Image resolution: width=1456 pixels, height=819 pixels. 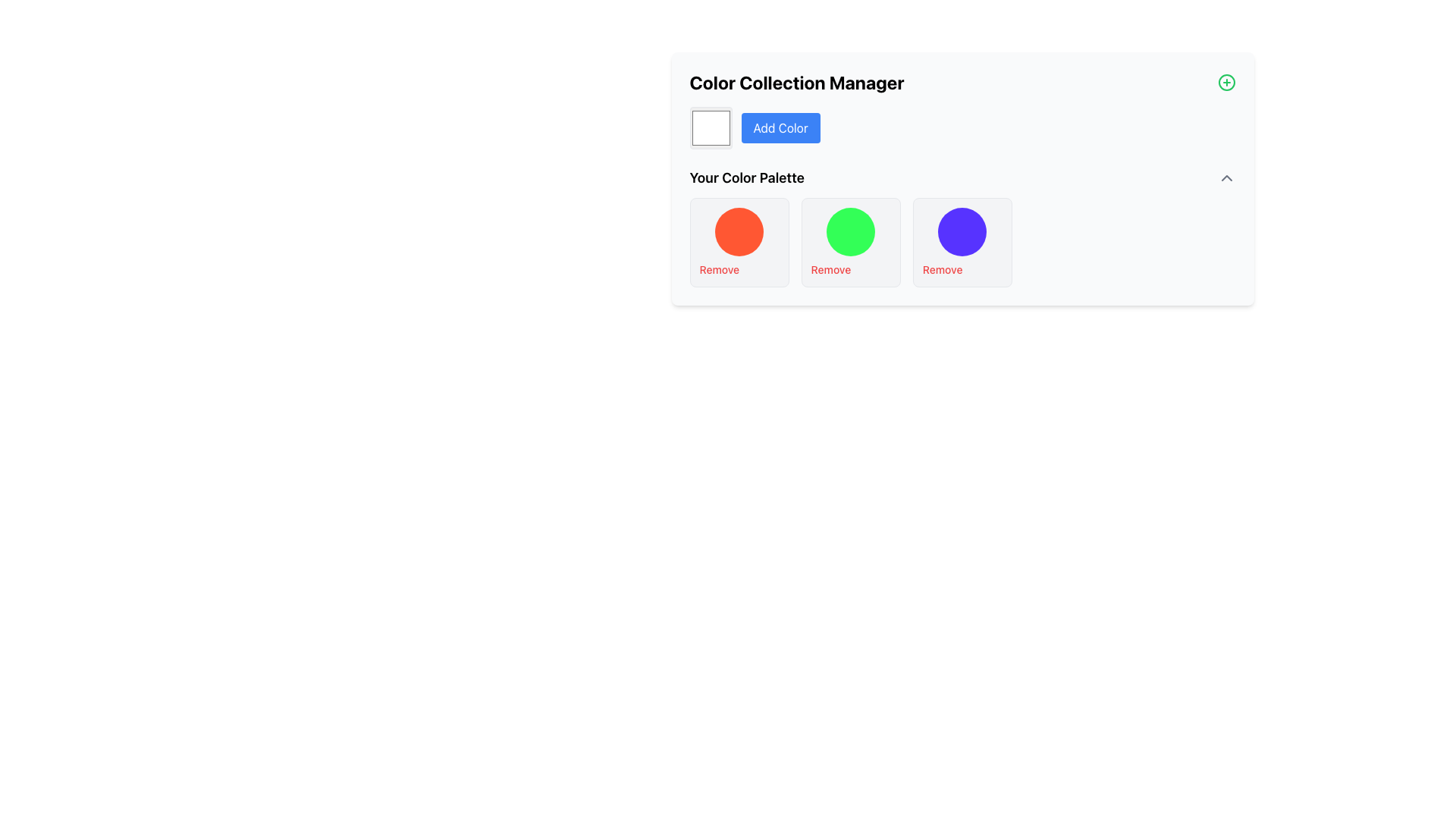 I want to click on the Color input box, which is a minimalistic square with a white background, located, so click(x=710, y=127).